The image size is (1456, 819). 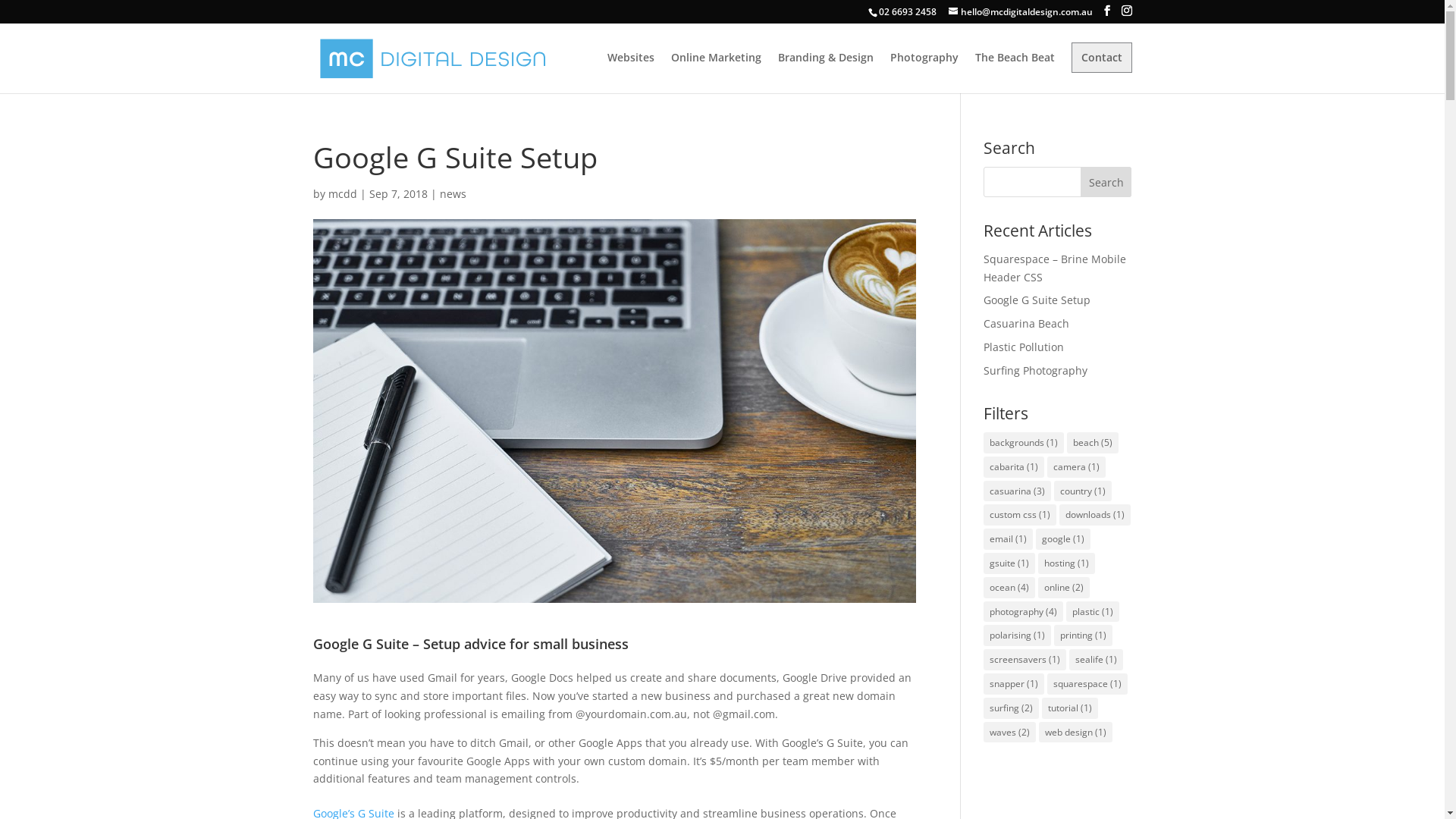 What do you see at coordinates (983, 587) in the screenshot?
I see `'ocean (4)'` at bounding box center [983, 587].